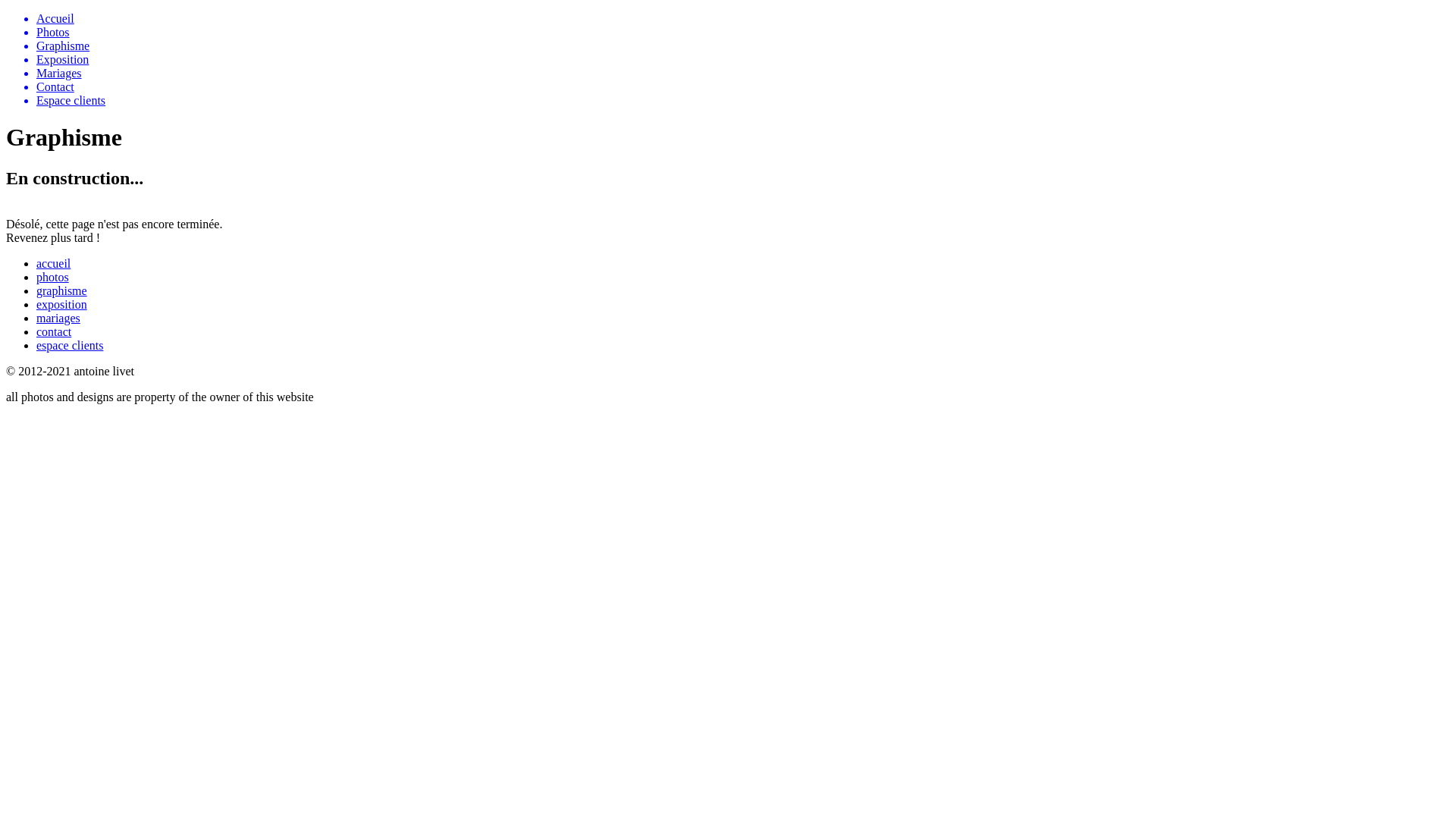  Describe the element at coordinates (58, 317) in the screenshot. I see `'mariages'` at that location.